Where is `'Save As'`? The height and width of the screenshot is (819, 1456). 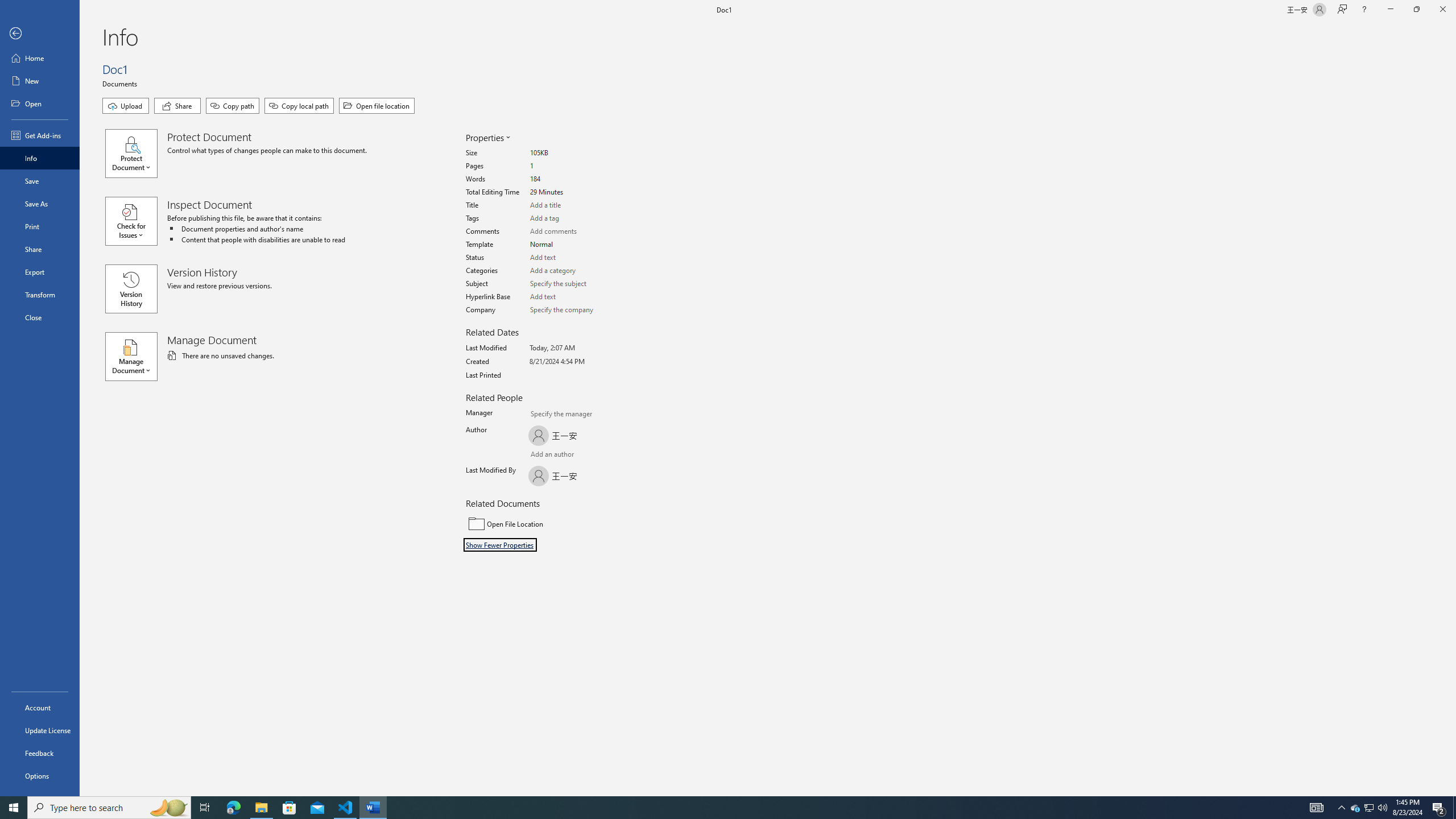
'Save As' is located at coordinates (39, 202).